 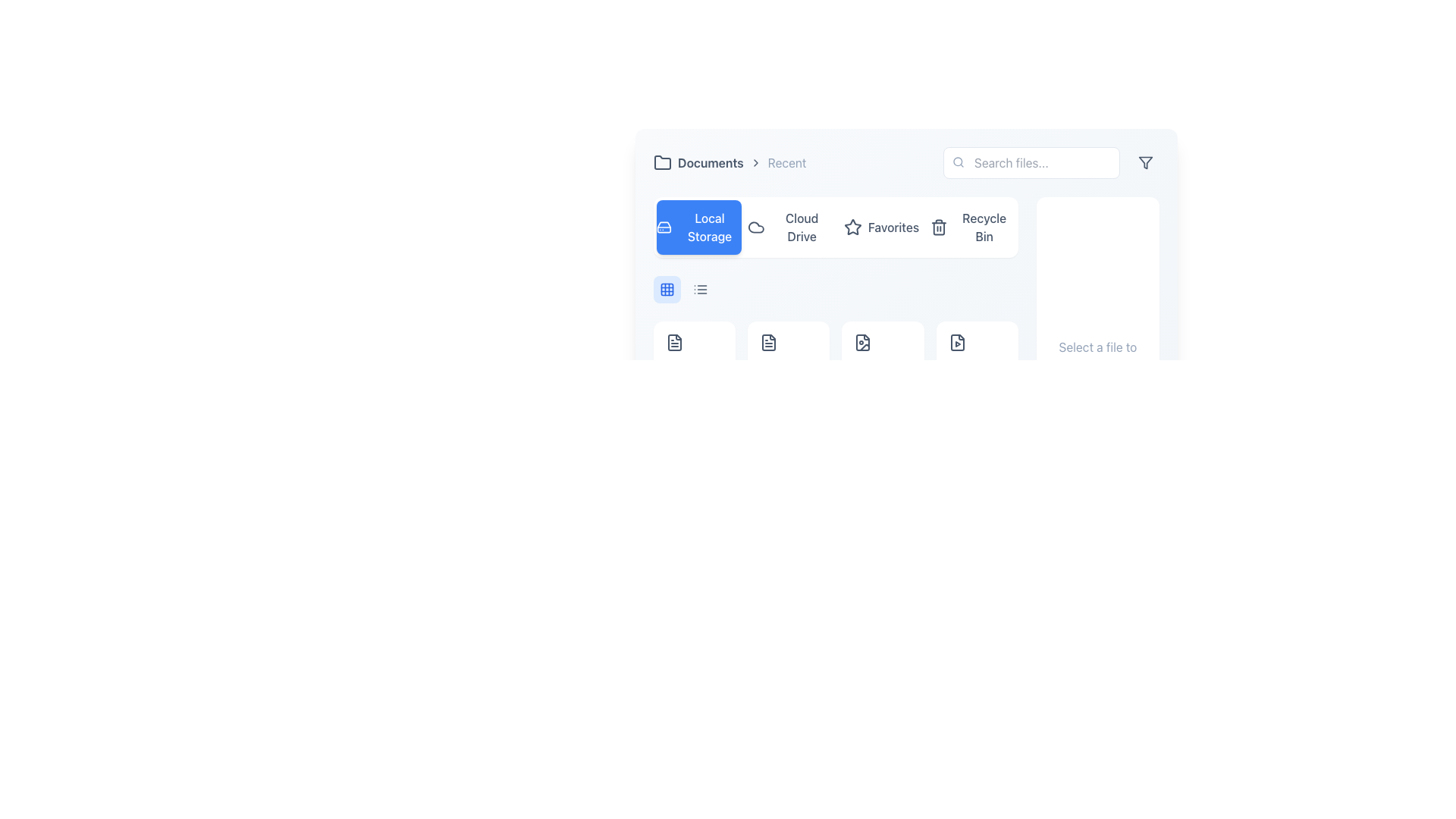 What do you see at coordinates (1097, 356) in the screenshot?
I see `the static text located in the bottom half of the right-side panel of the interface` at bounding box center [1097, 356].